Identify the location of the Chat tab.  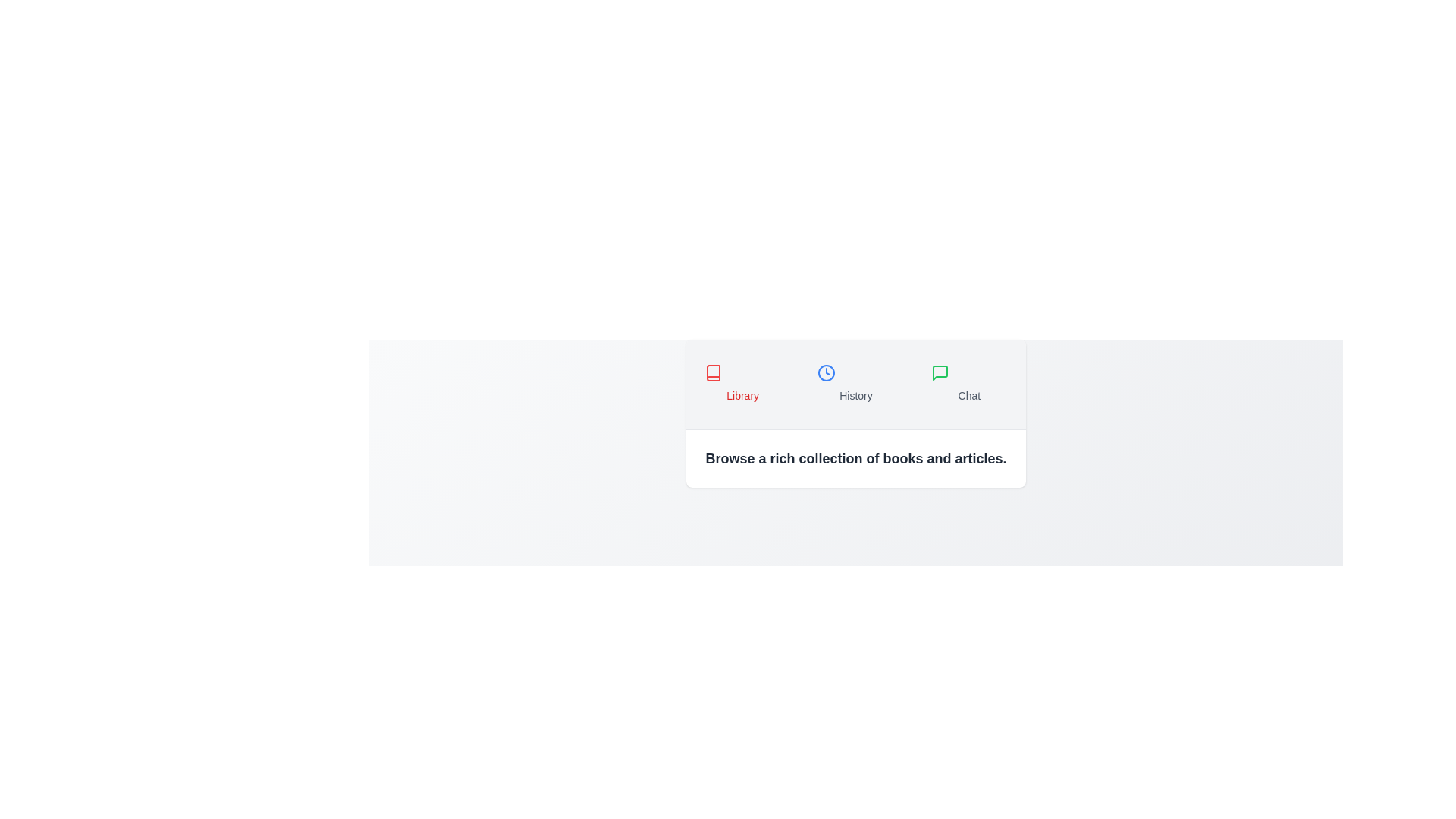
(968, 383).